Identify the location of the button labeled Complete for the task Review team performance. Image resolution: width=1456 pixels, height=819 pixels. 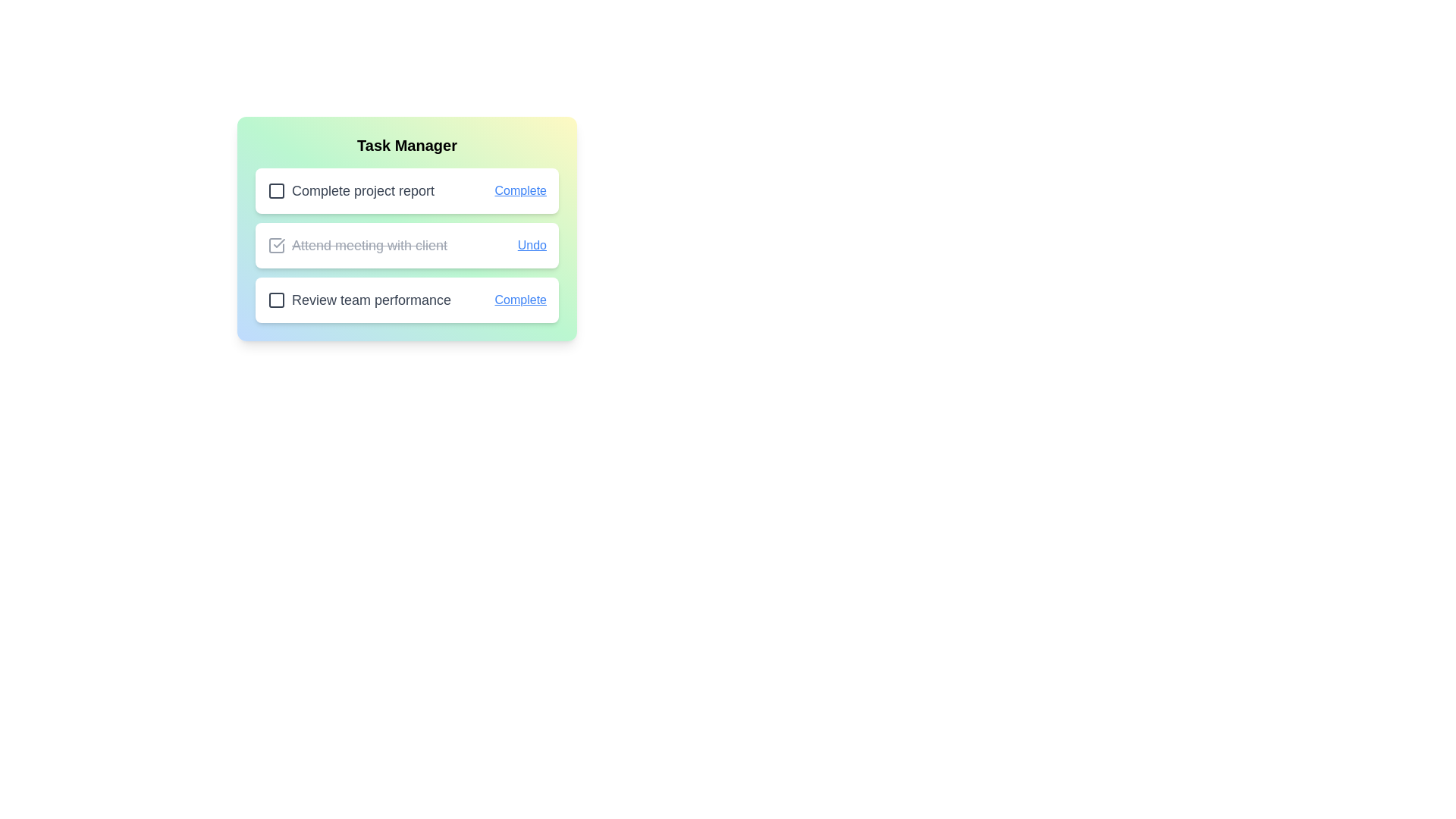
(520, 300).